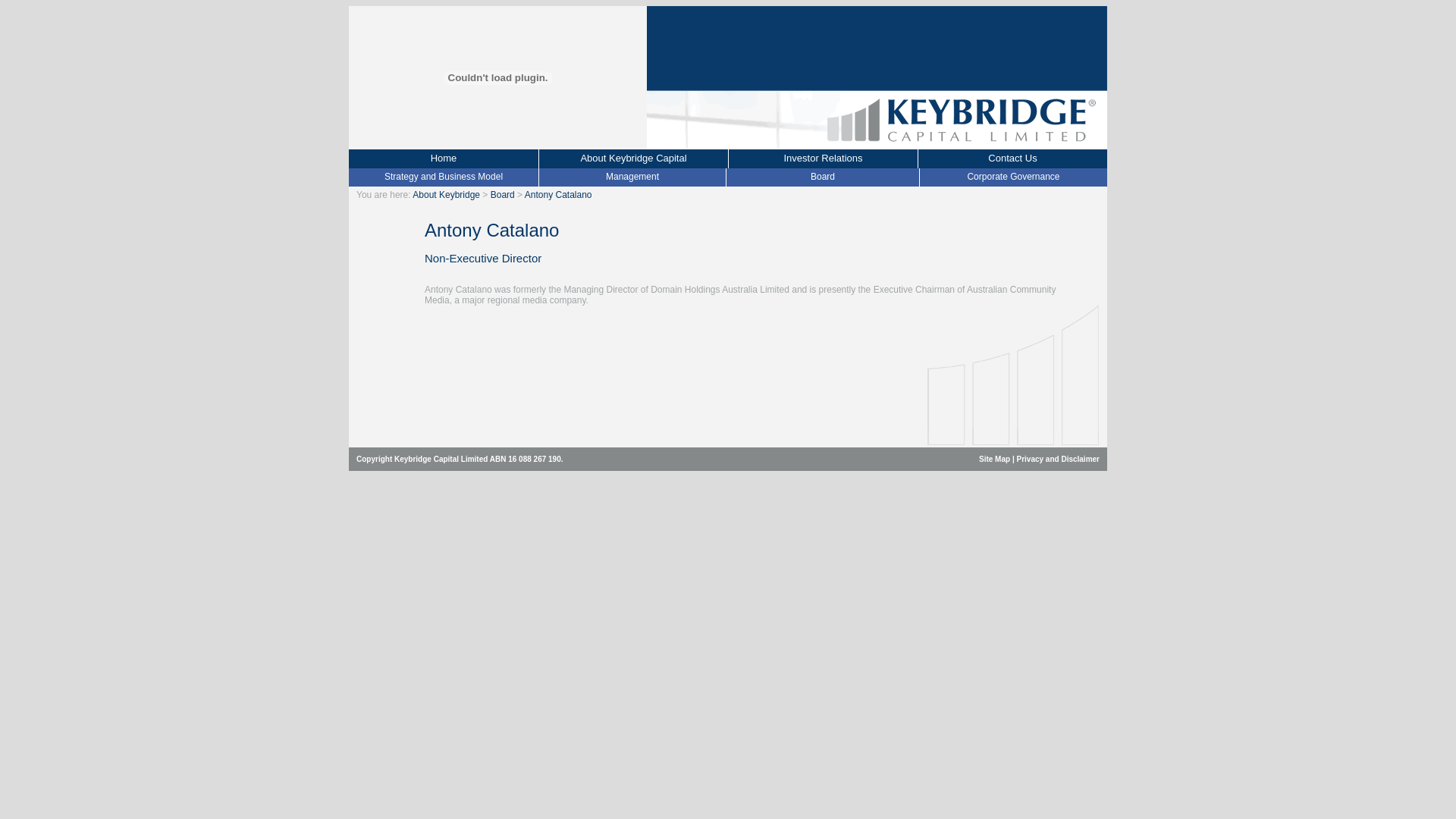 This screenshot has width=1456, height=819. What do you see at coordinates (633, 158) in the screenshot?
I see `'About Keybridge Capital'` at bounding box center [633, 158].